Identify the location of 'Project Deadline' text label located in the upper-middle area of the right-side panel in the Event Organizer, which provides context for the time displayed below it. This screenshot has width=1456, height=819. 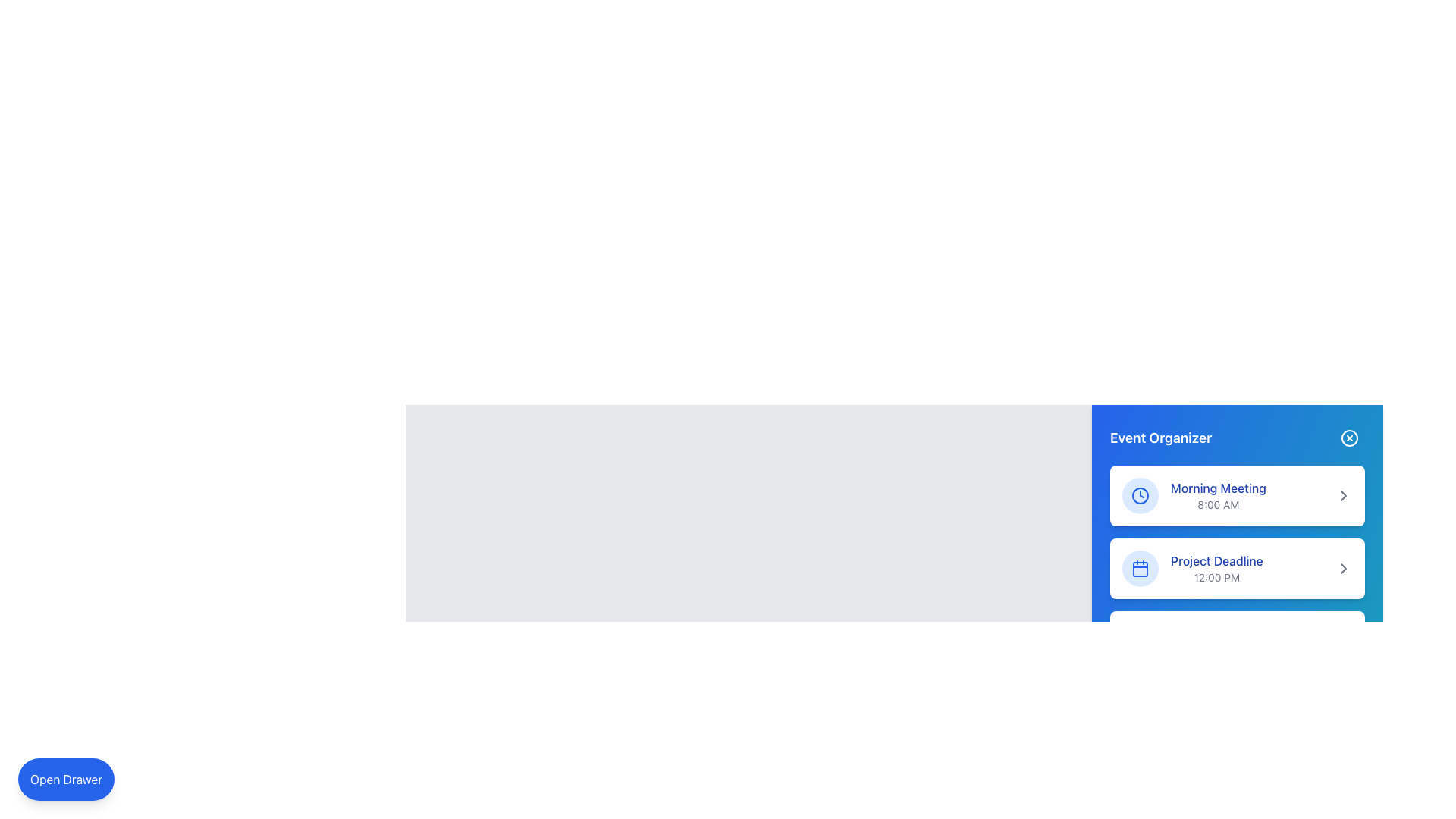
(1216, 561).